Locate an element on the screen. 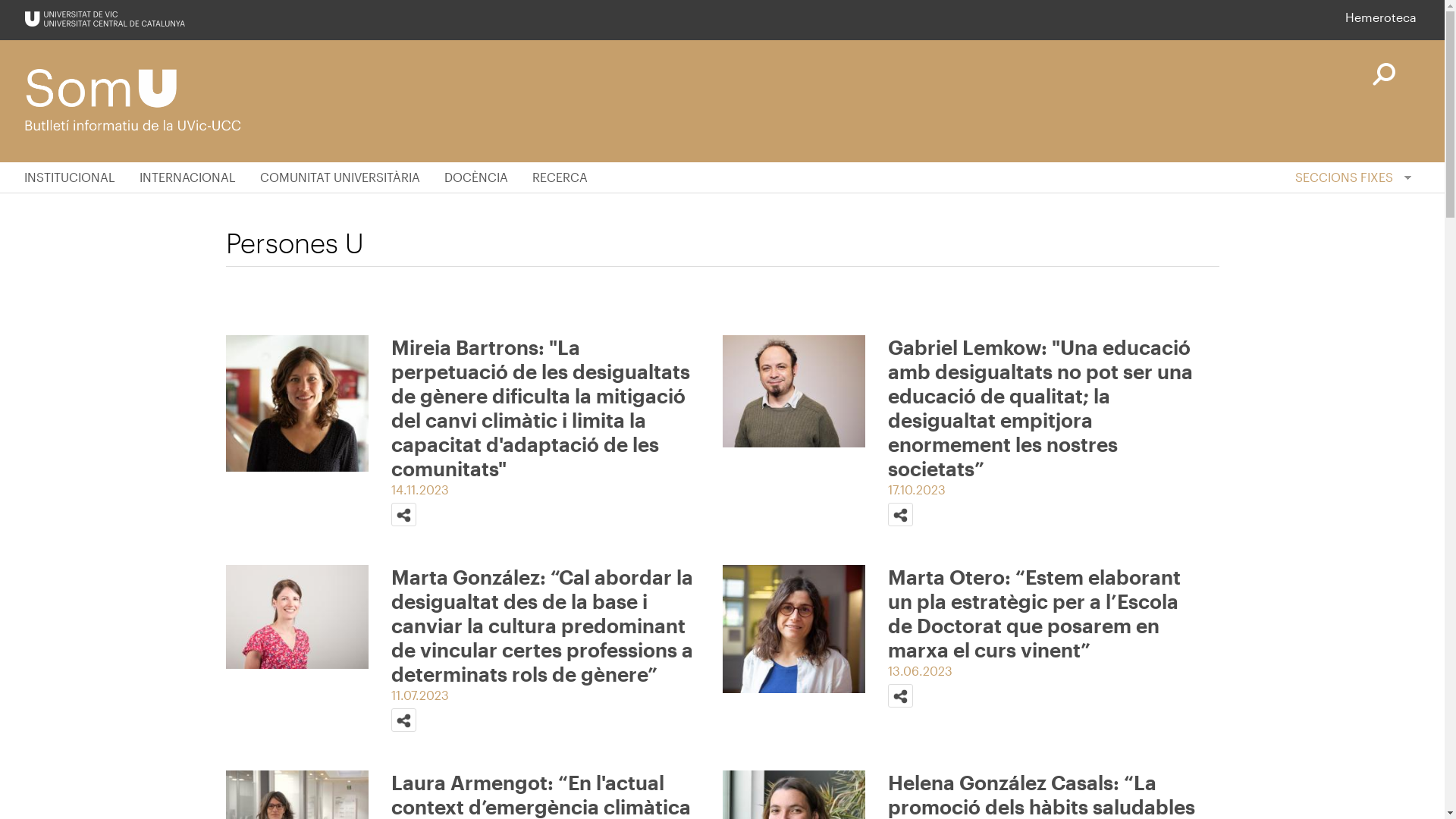 This screenshot has width=1456, height=819. 'Skip to main content' is located at coordinates (0, 0).